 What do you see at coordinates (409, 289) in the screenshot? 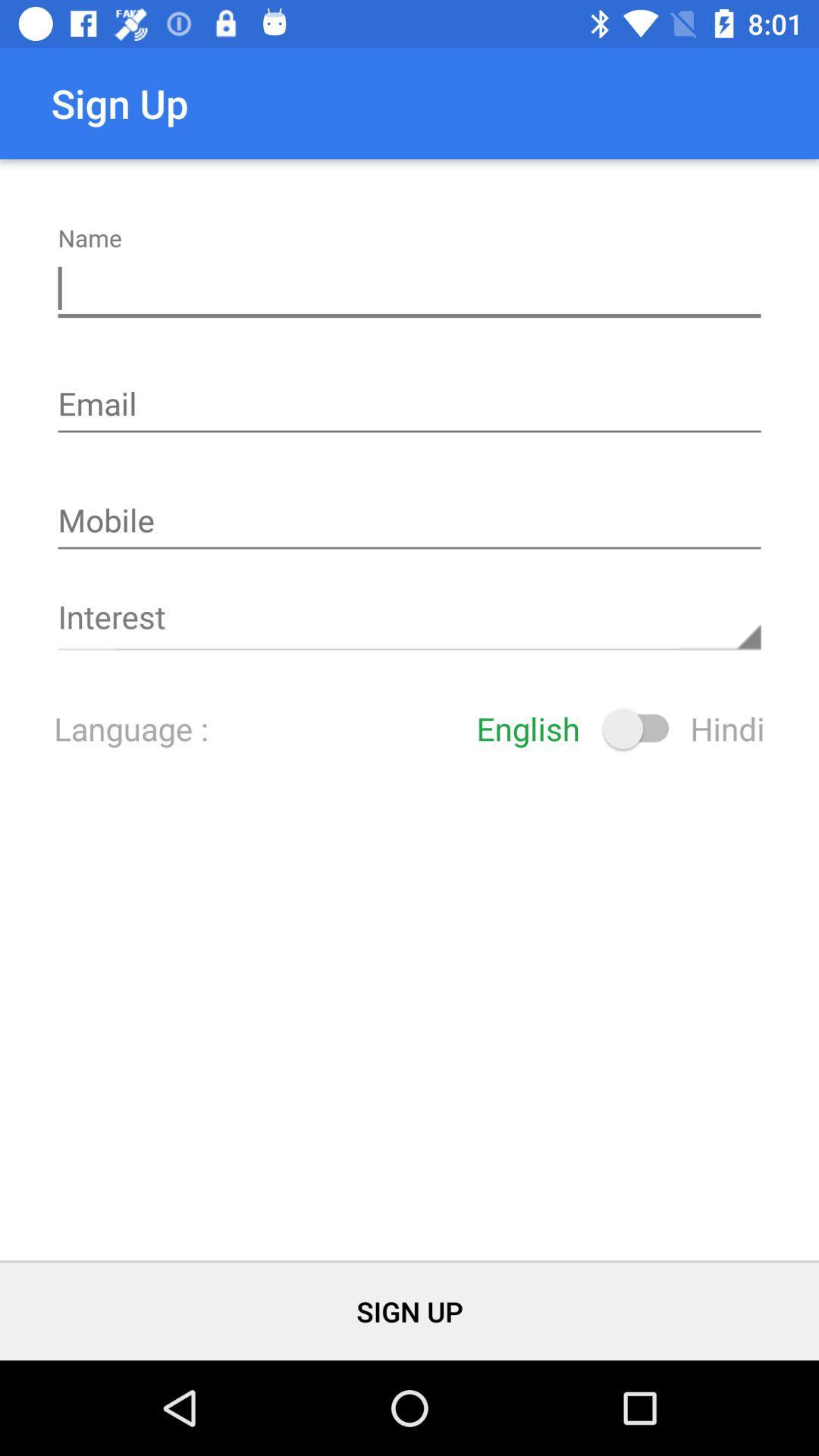
I see `click in the name box` at bounding box center [409, 289].